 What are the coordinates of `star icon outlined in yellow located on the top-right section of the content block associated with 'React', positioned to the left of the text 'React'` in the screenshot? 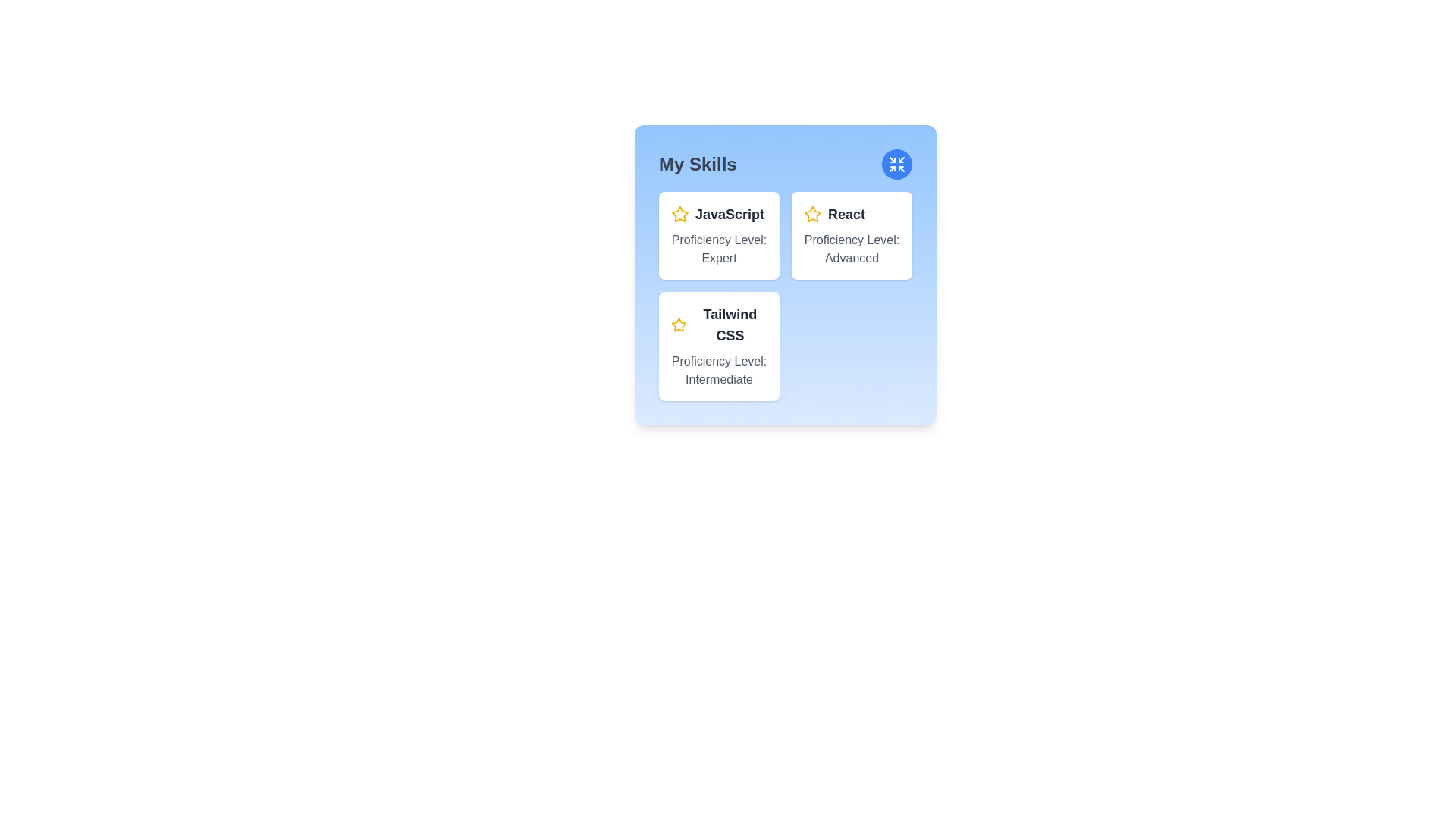 It's located at (811, 214).